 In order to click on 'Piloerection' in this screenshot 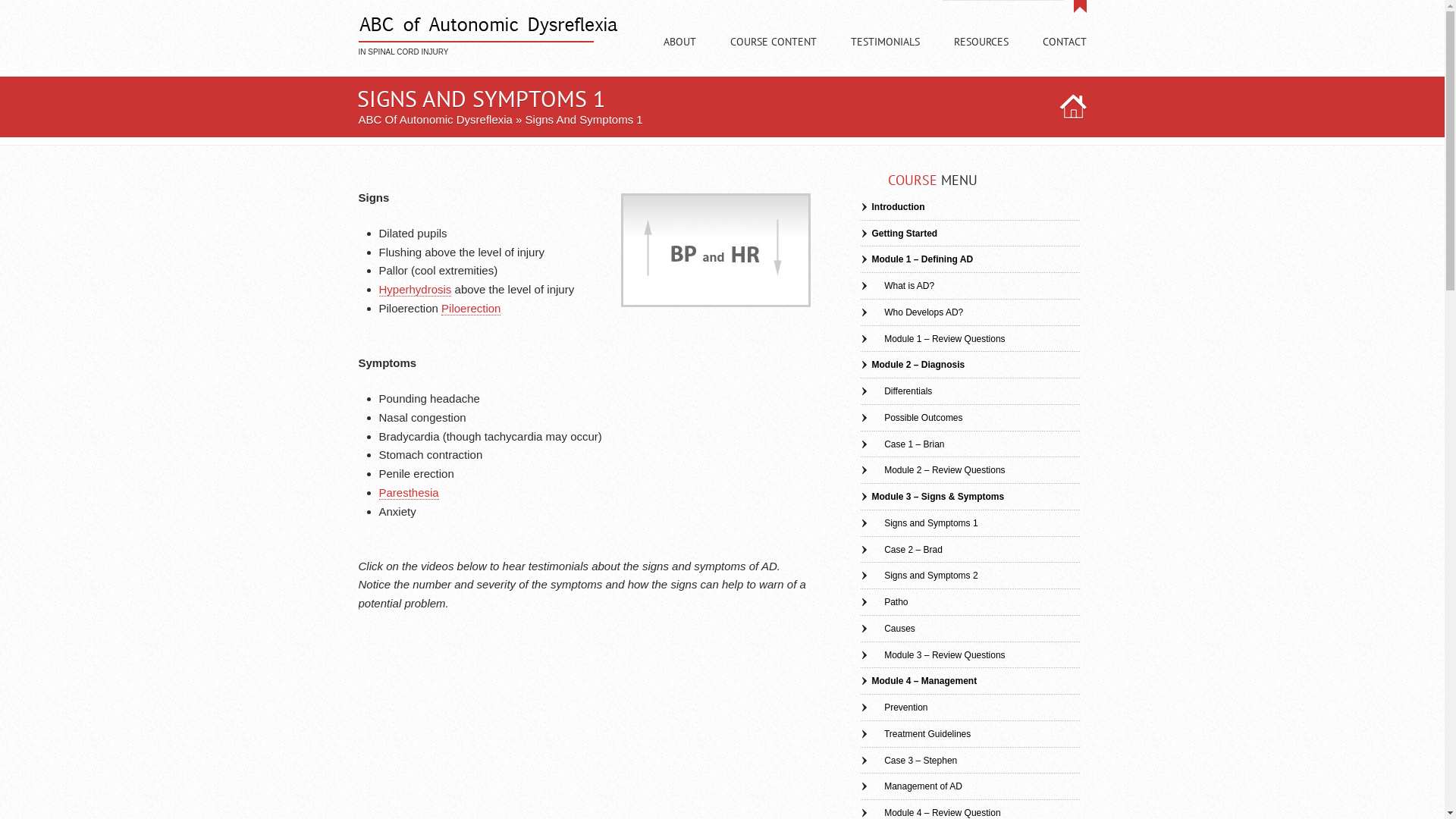, I will do `click(469, 308)`.